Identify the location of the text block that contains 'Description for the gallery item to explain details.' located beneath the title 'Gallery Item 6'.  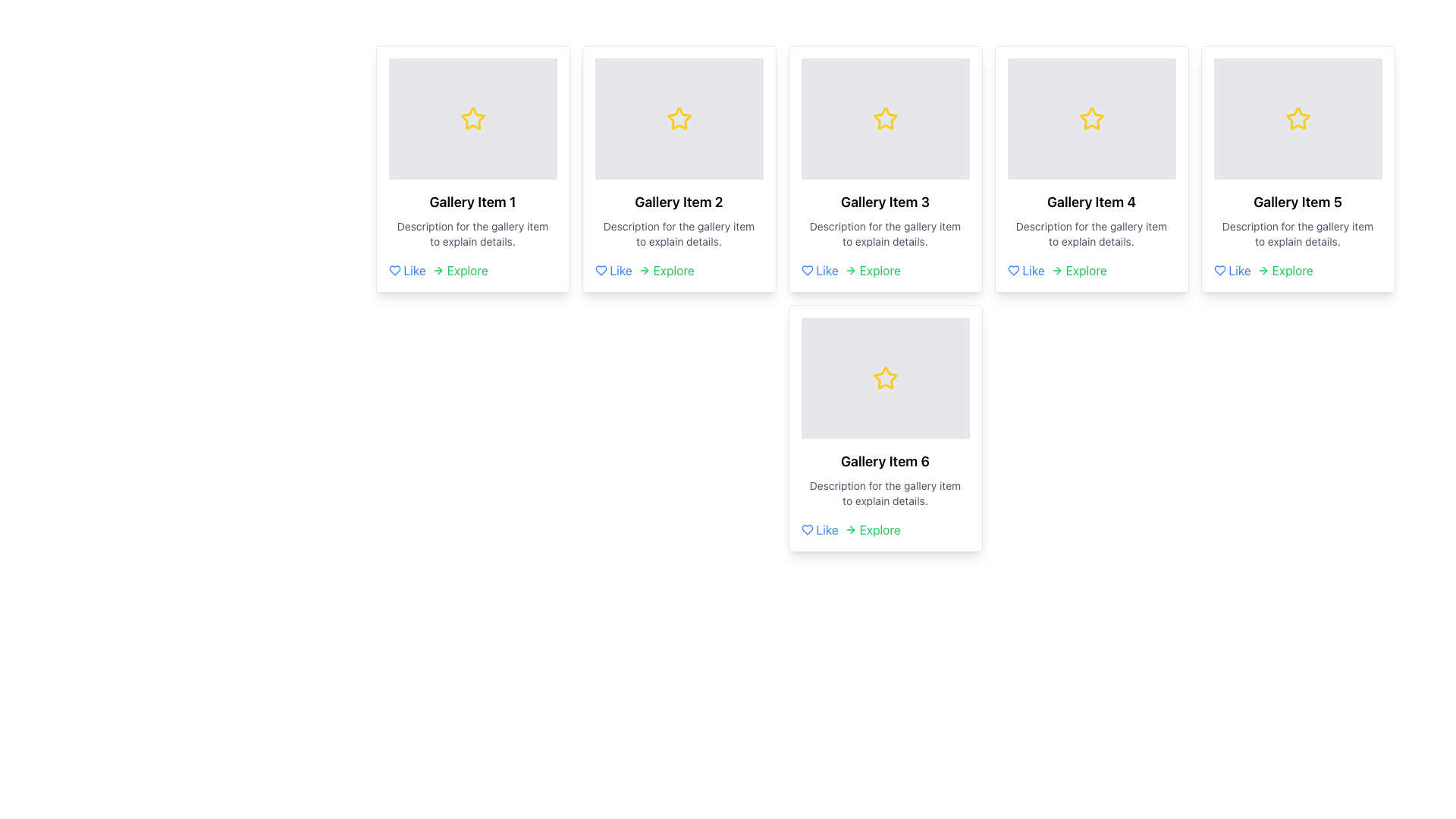
(885, 494).